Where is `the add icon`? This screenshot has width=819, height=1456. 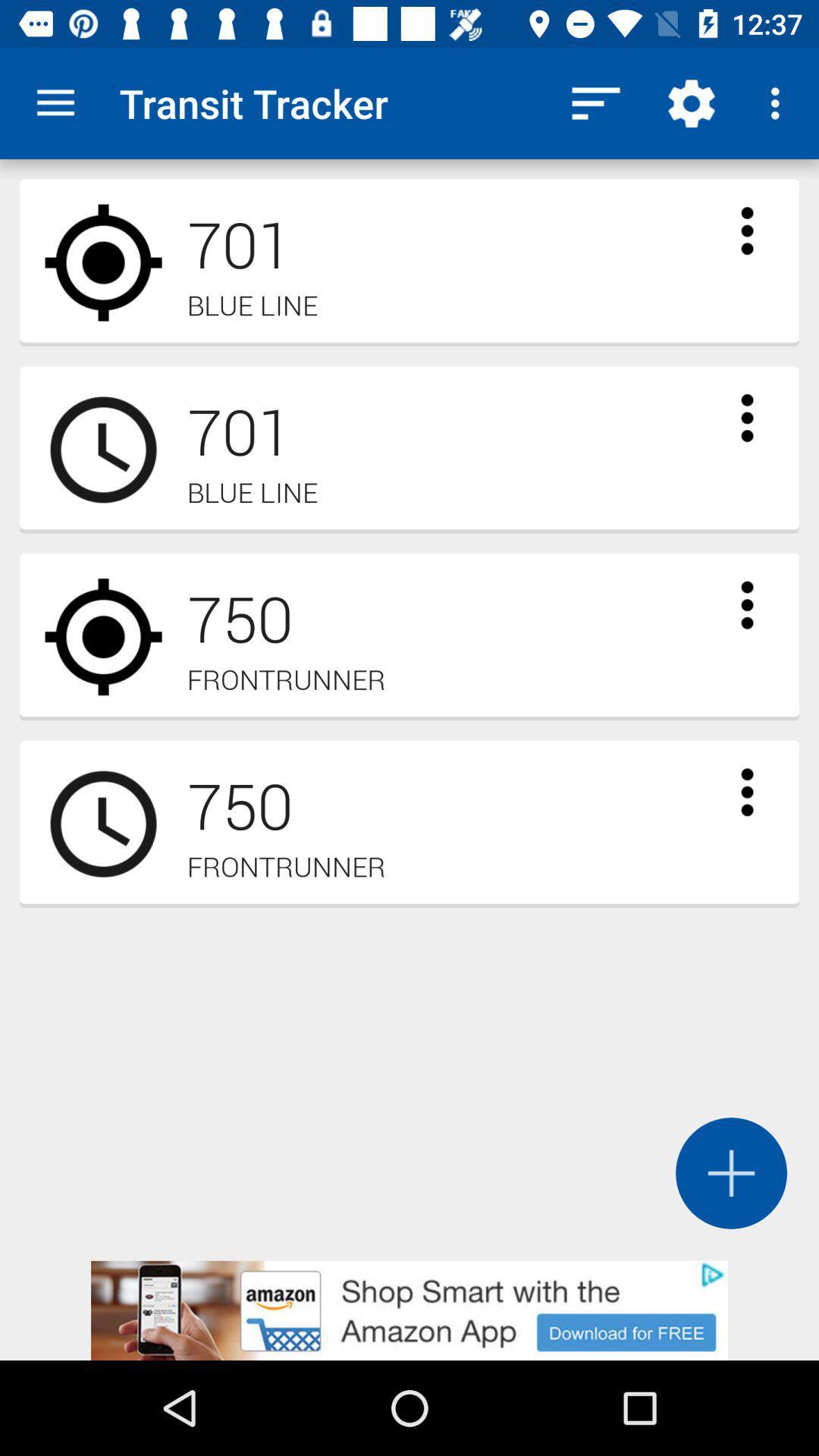
the add icon is located at coordinates (730, 1172).